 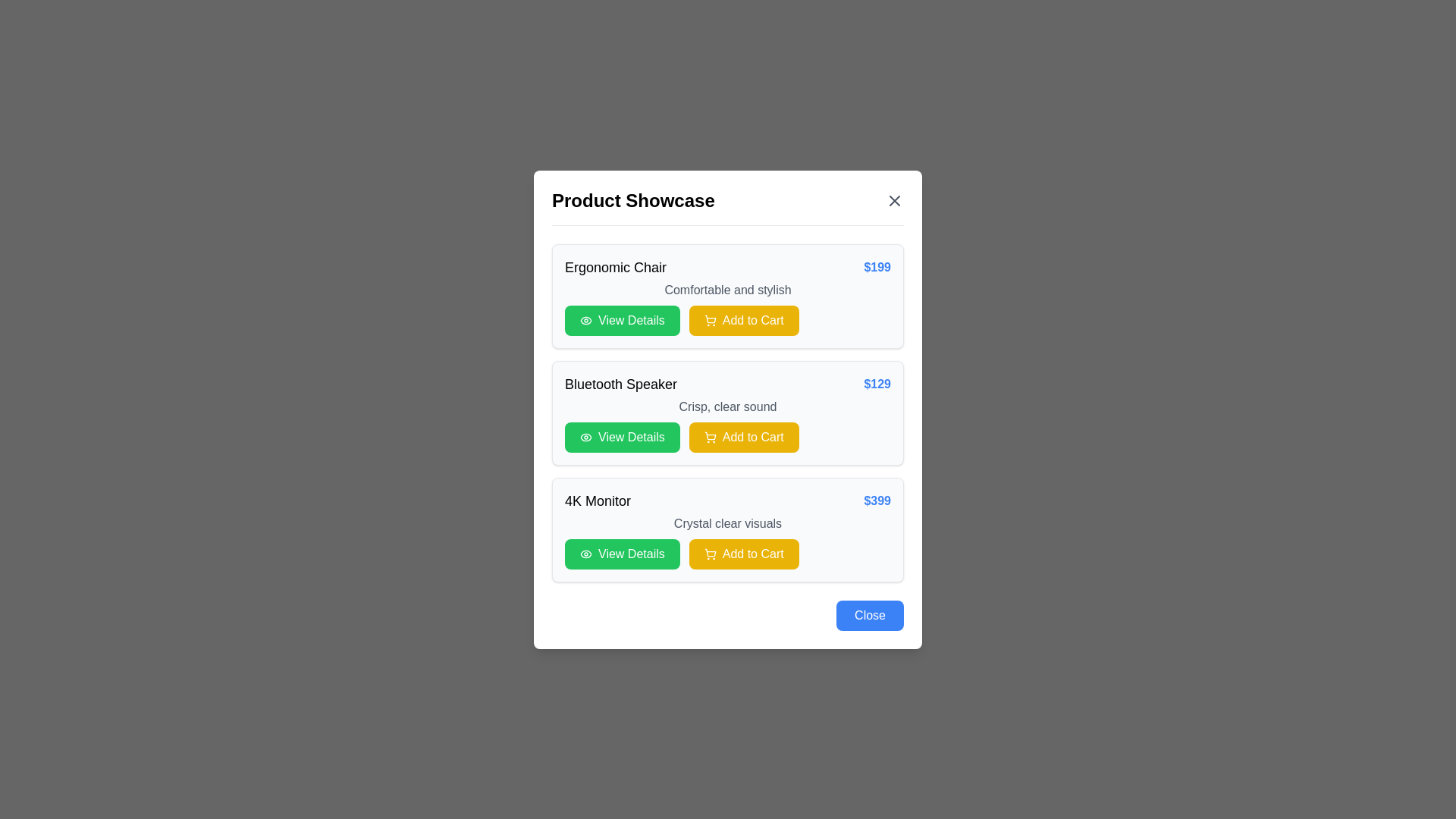 I want to click on the price display text label for the '4K Monitor' product, which is positioned to the right of the item description and pricing area, so click(x=877, y=500).